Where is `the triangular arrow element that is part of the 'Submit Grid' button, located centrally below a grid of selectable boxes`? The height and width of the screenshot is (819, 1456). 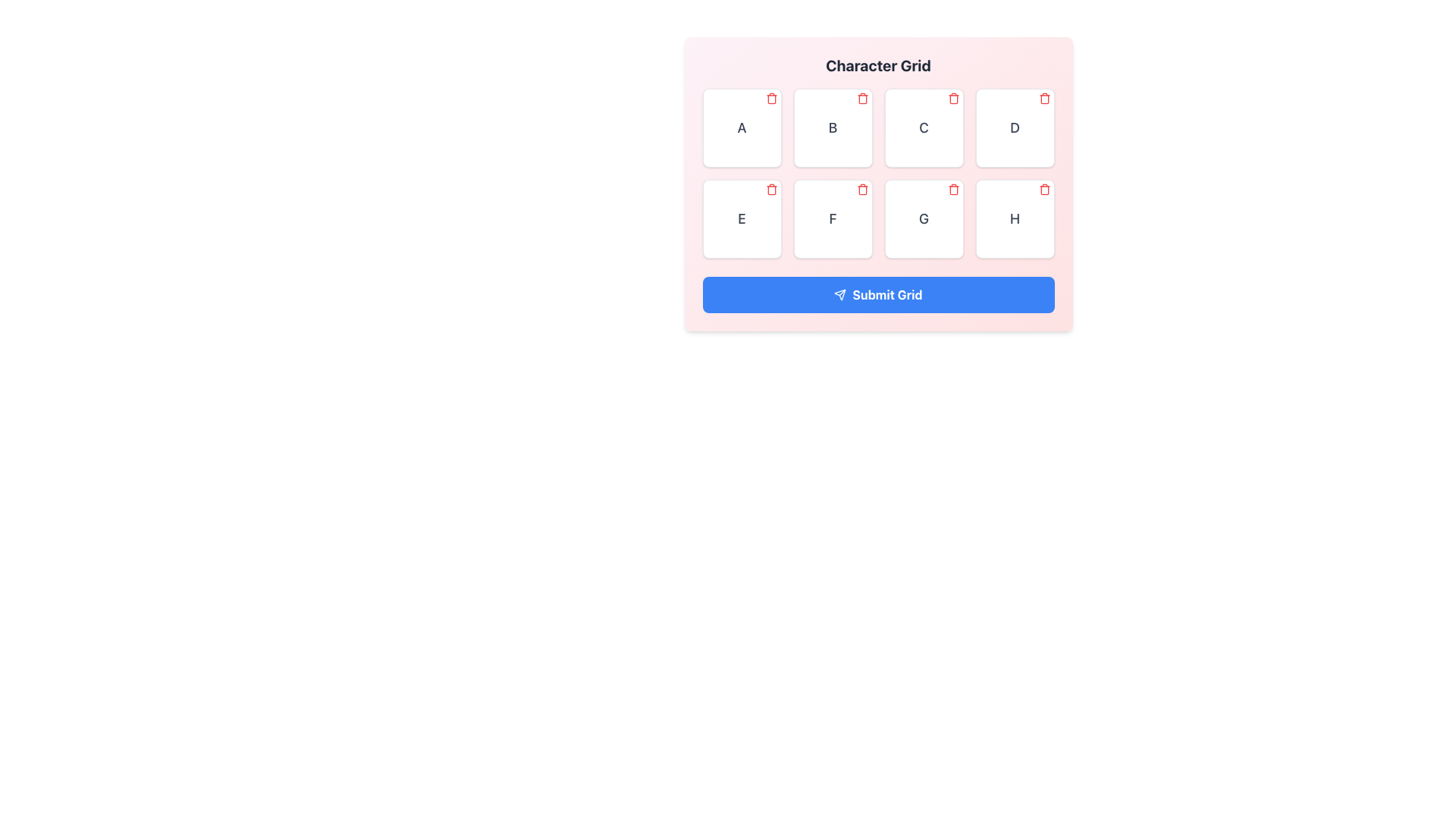
the triangular arrow element that is part of the 'Submit Grid' button, located centrally below a grid of selectable boxes is located at coordinates (839, 295).